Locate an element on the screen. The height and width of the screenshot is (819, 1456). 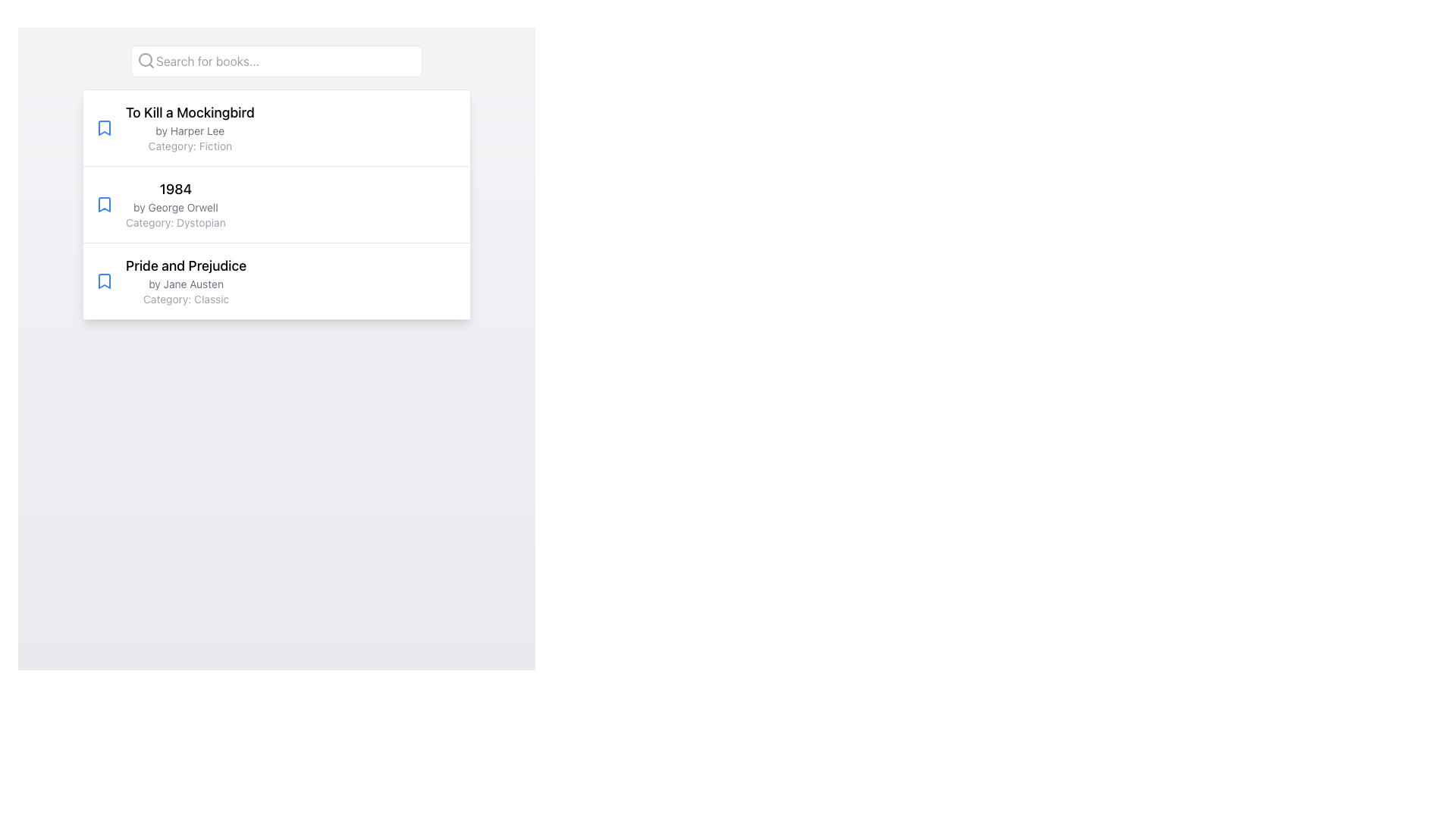
the circular part of the magnifying glass icon located in the top-left corner of the search bar is located at coordinates (146, 58).